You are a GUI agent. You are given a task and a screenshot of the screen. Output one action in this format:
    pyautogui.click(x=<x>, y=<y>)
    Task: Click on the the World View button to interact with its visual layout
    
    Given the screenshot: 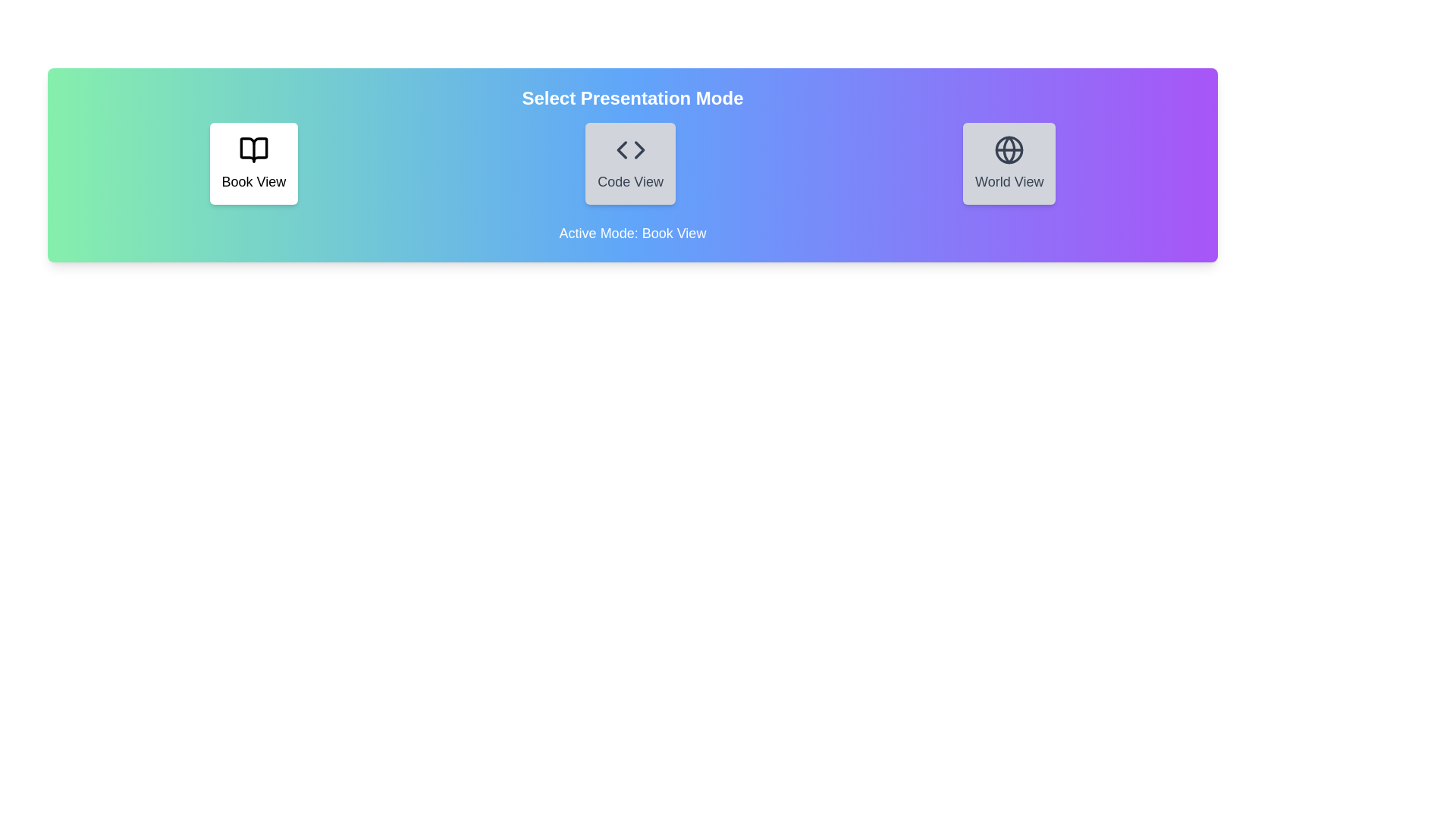 What is the action you would take?
    pyautogui.click(x=1009, y=164)
    